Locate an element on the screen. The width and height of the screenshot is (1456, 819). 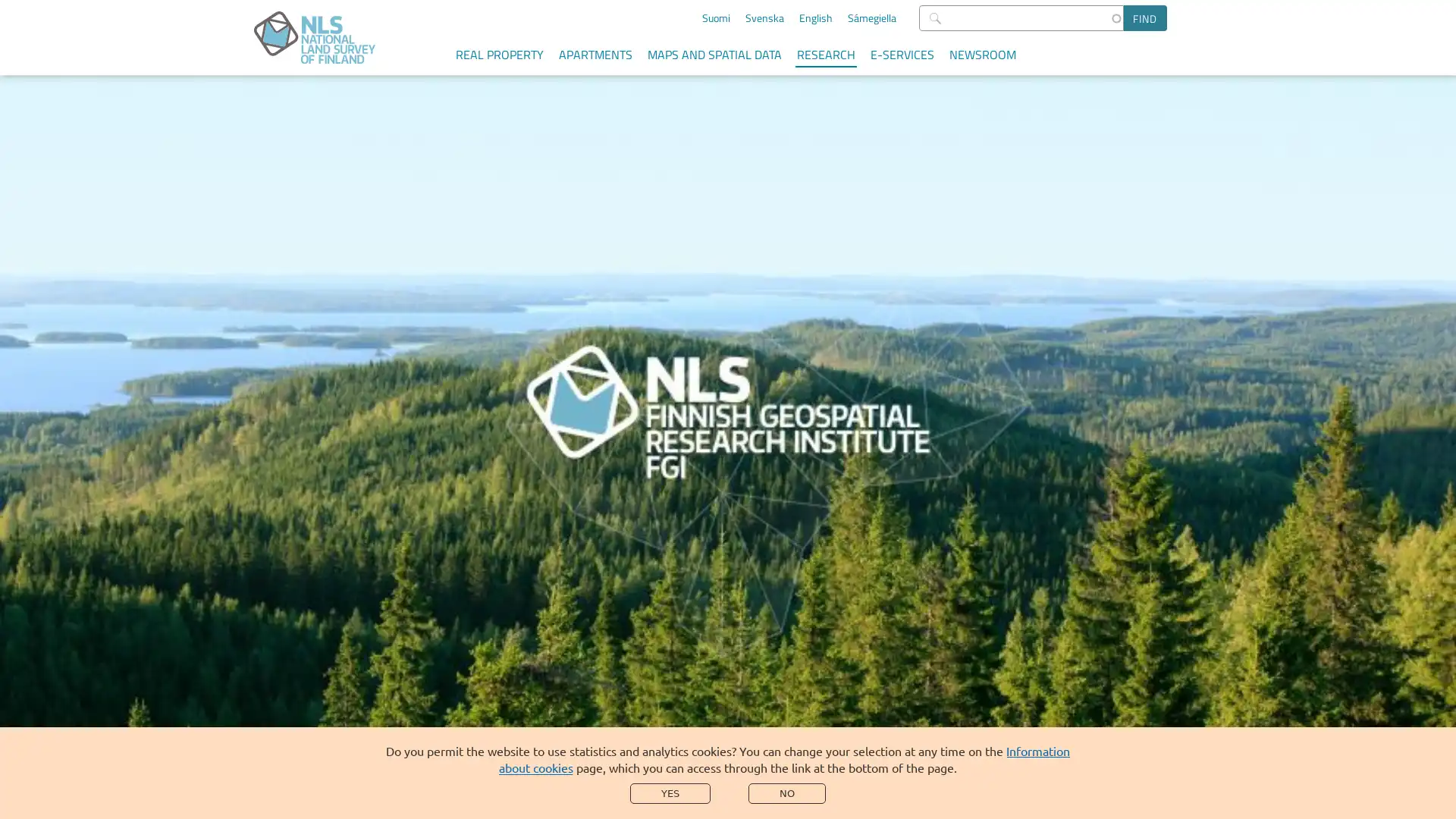
Find is located at coordinates (1145, 17).